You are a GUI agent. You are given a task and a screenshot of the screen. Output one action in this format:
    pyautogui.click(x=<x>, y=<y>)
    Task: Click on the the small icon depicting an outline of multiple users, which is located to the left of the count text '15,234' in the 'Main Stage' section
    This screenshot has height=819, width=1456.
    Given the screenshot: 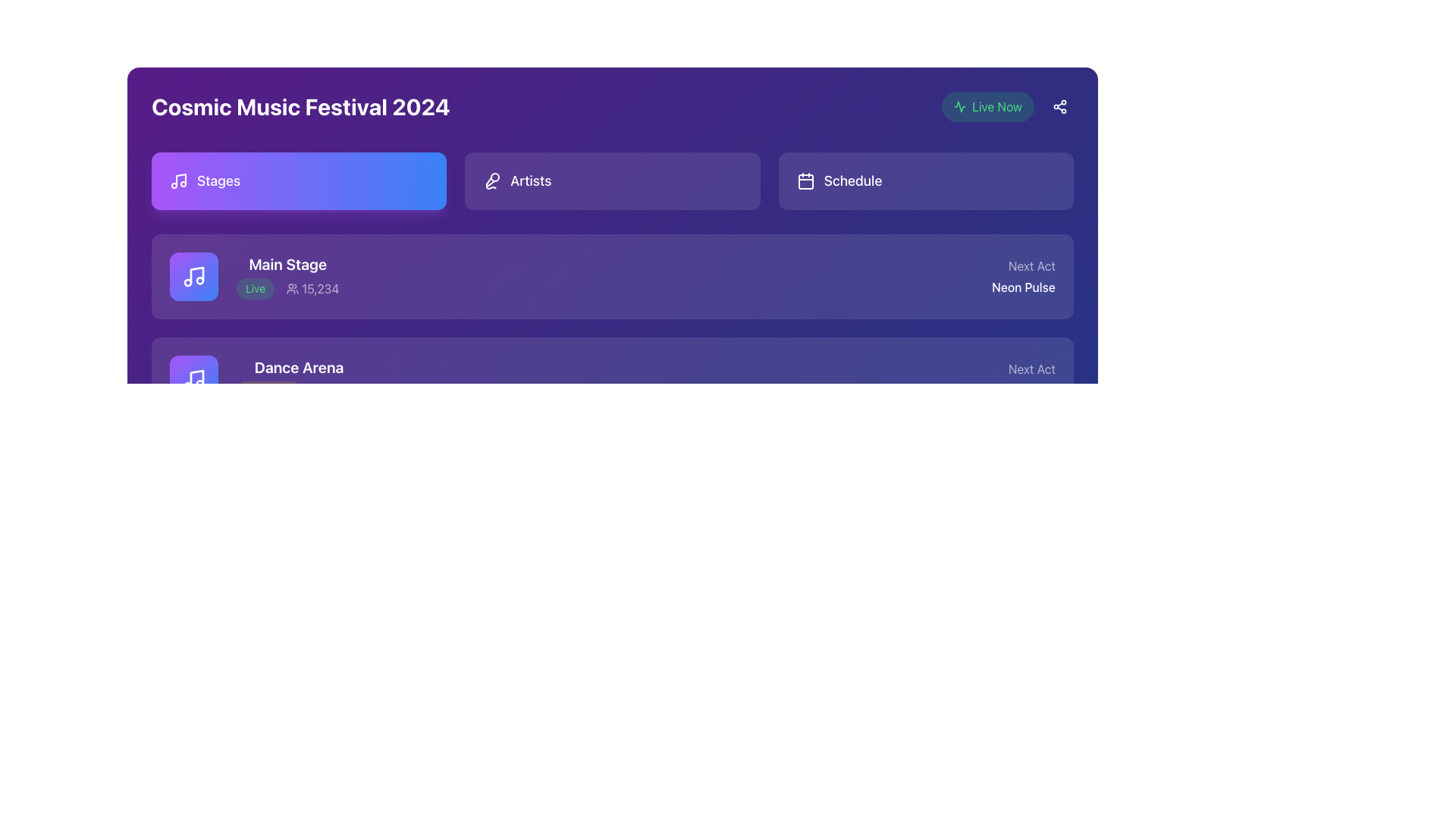 What is the action you would take?
    pyautogui.click(x=293, y=289)
    